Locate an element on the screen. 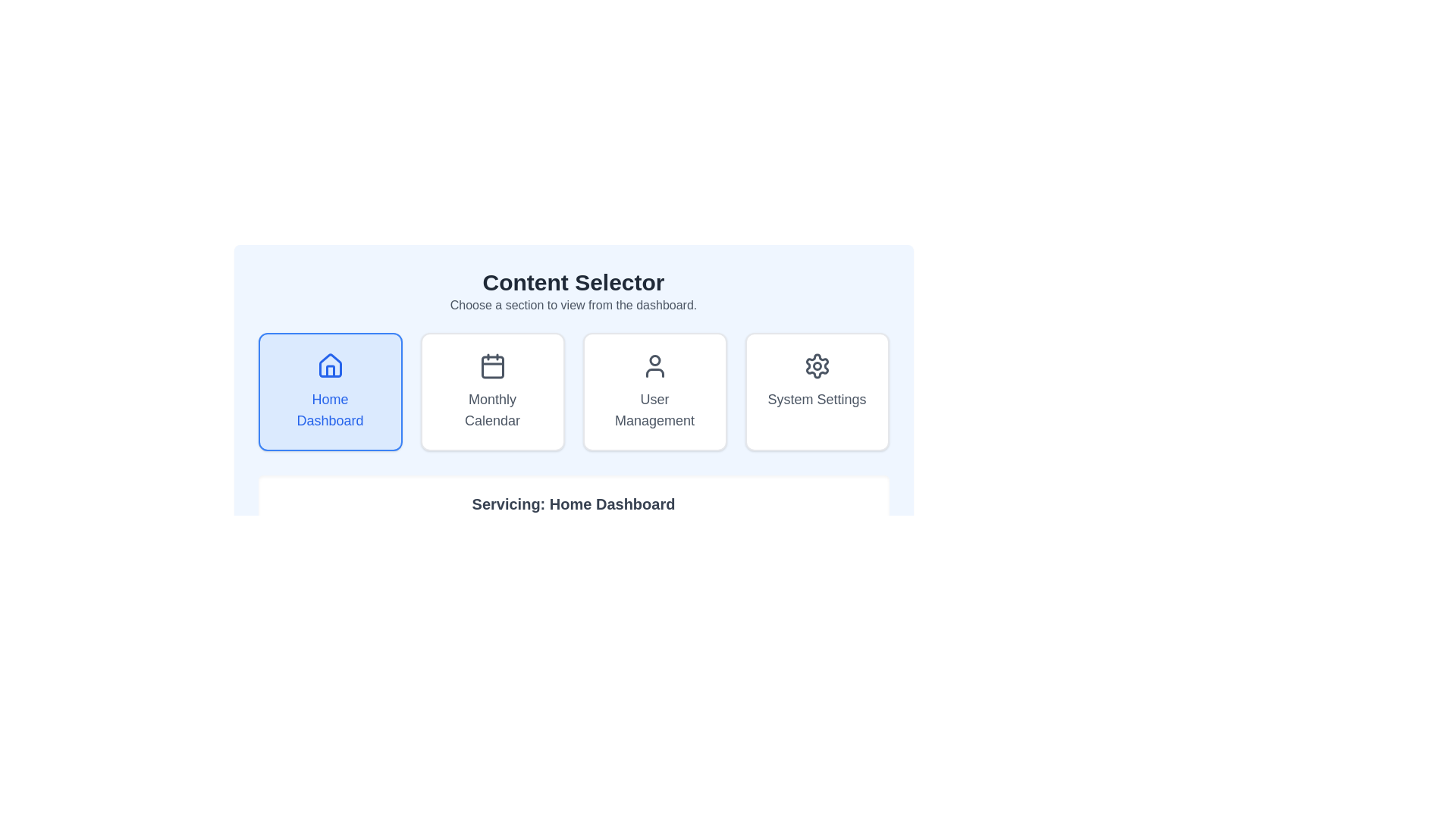 This screenshot has height=819, width=1456. the circular SVG graphic element representing the user's head within the user management icon by clicking on its center is located at coordinates (654, 360).